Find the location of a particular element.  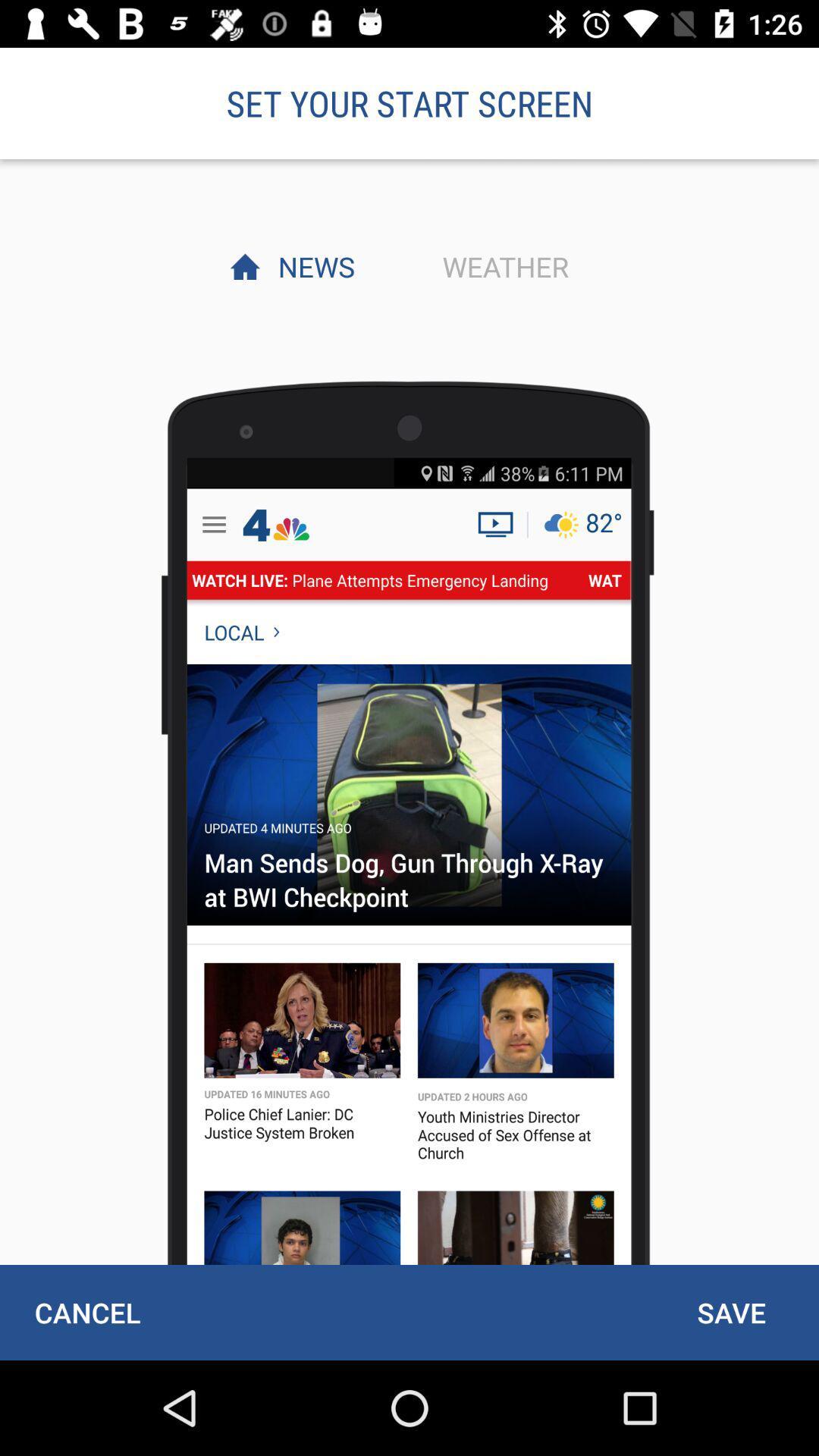

icon below set your start item is located at coordinates (312, 266).